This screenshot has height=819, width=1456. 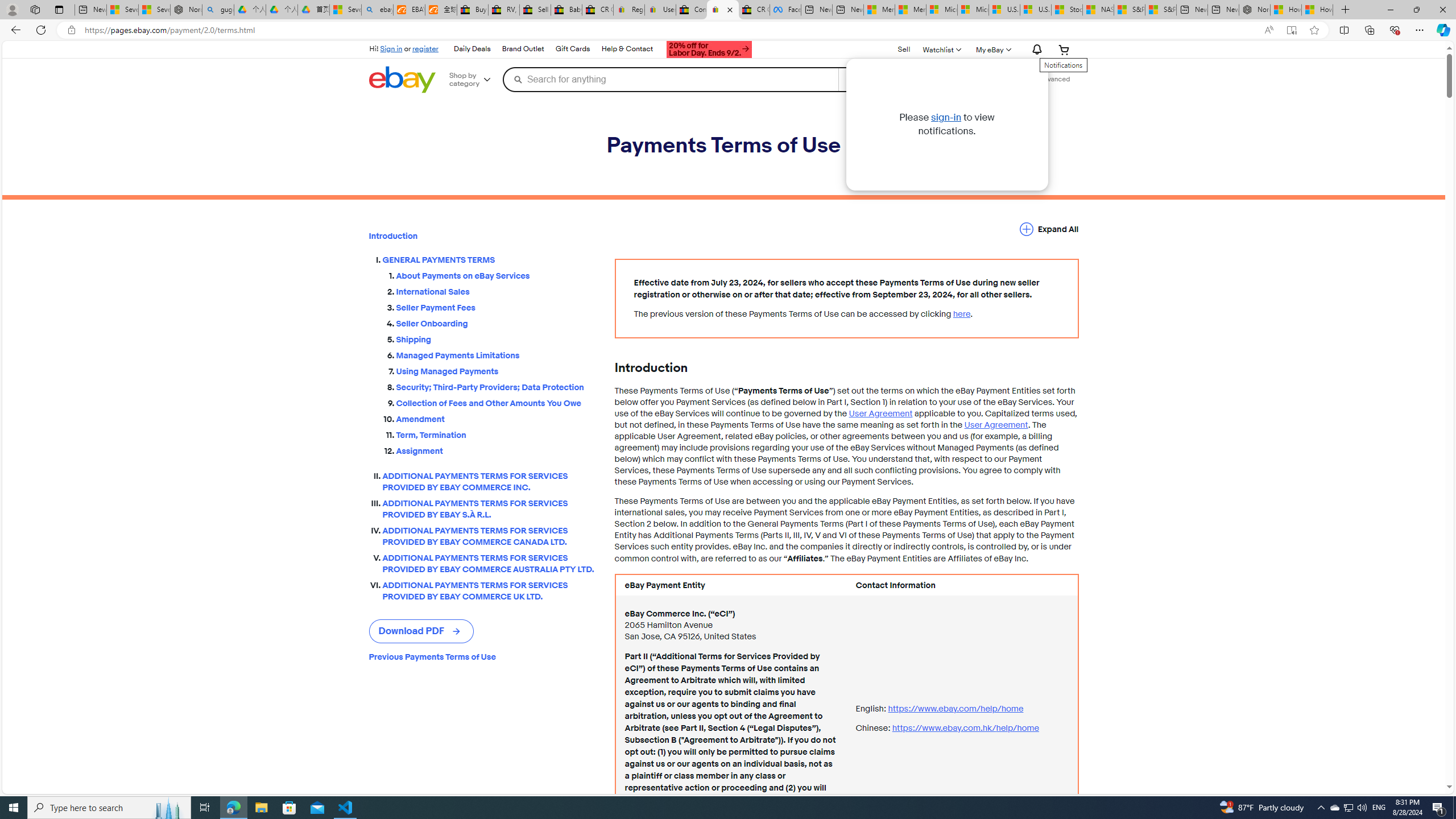 What do you see at coordinates (496, 272) in the screenshot?
I see `'About Payments on eBay Services'` at bounding box center [496, 272].